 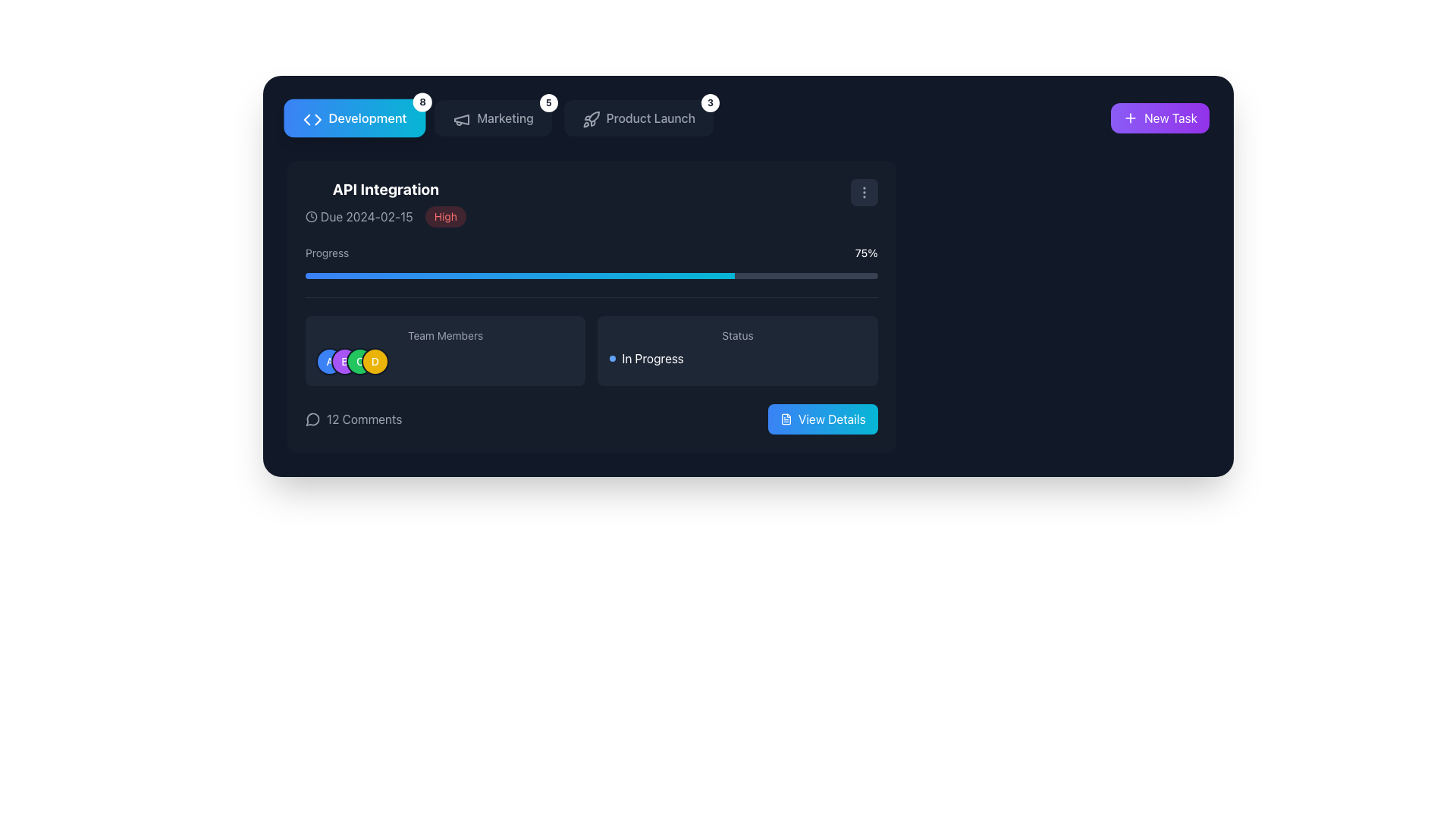 What do you see at coordinates (591, 275) in the screenshot?
I see `the completion status of the horizontal progress bar, which is filled approximately 75% with a gradient from blue to cyan, located below the 'Progress' label` at bounding box center [591, 275].